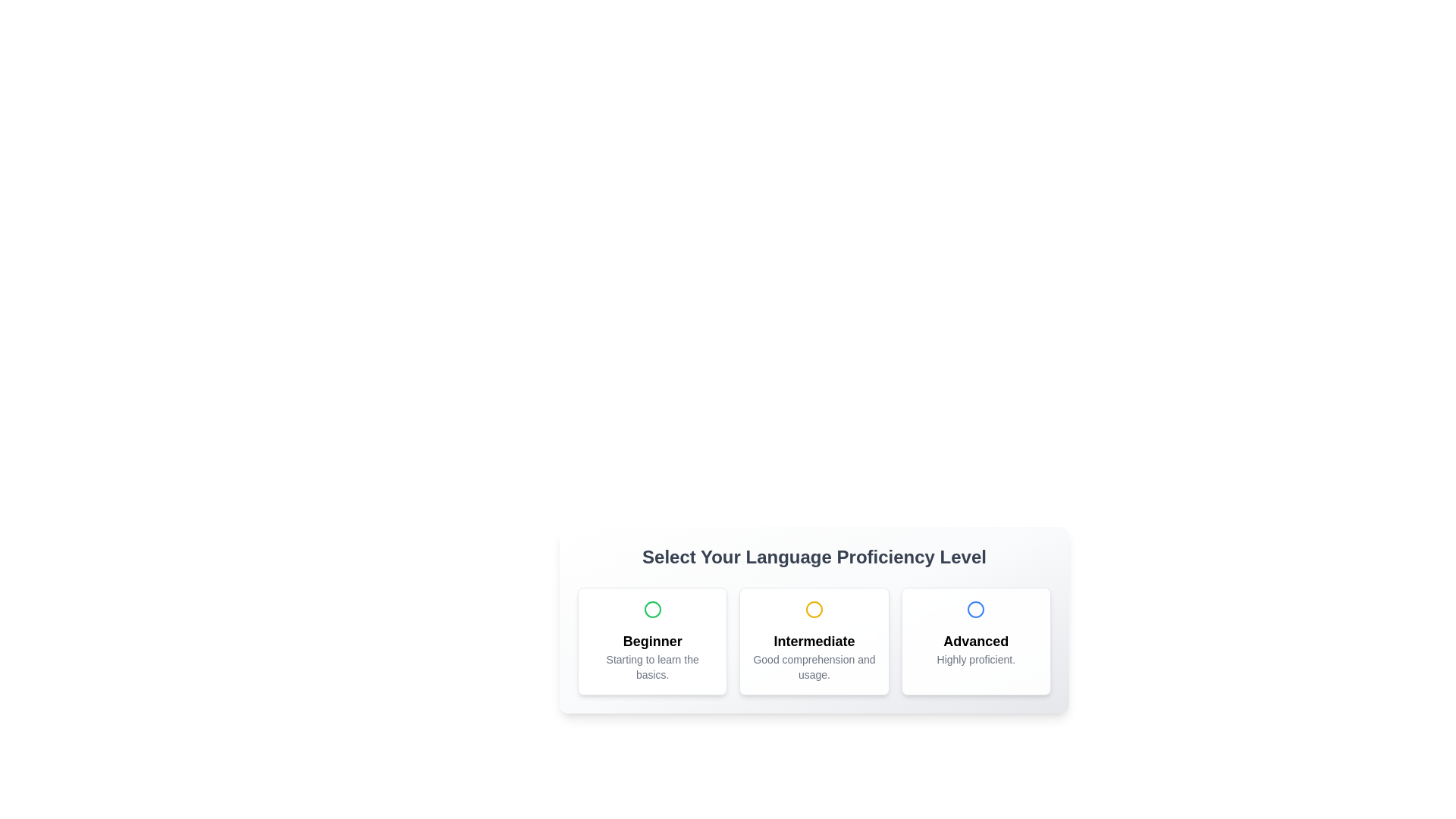 This screenshot has width=1456, height=819. What do you see at coordinates (976, 608) in the screenshot?
I see `the Decorative icon representing the 'Advanced' proficiency level, which is aligned with the 'Advanced' label in the bottom-right area of the display` at bounding box center [976, 608].